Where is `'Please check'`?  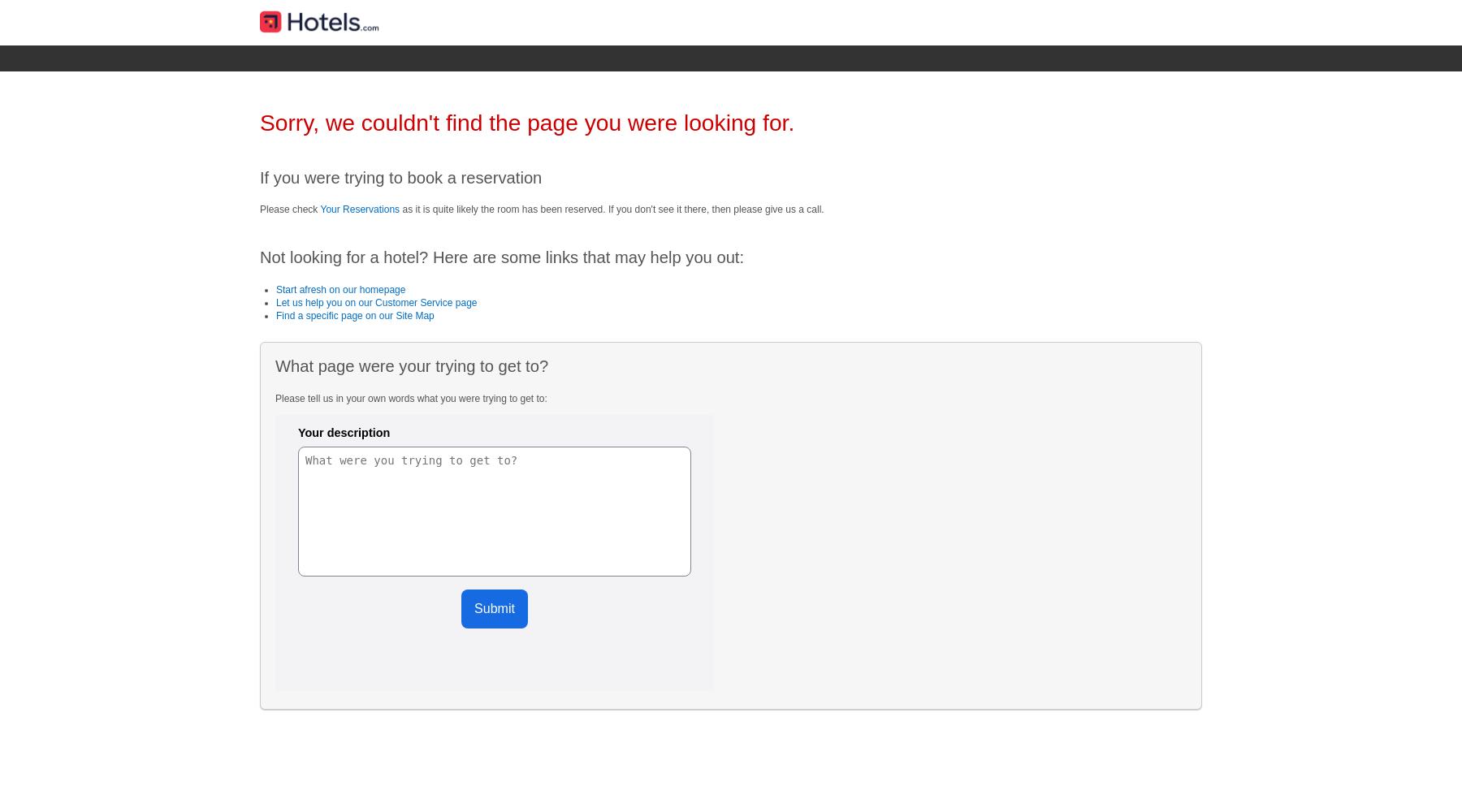
'Please check' is located at coordinates (289, 209).